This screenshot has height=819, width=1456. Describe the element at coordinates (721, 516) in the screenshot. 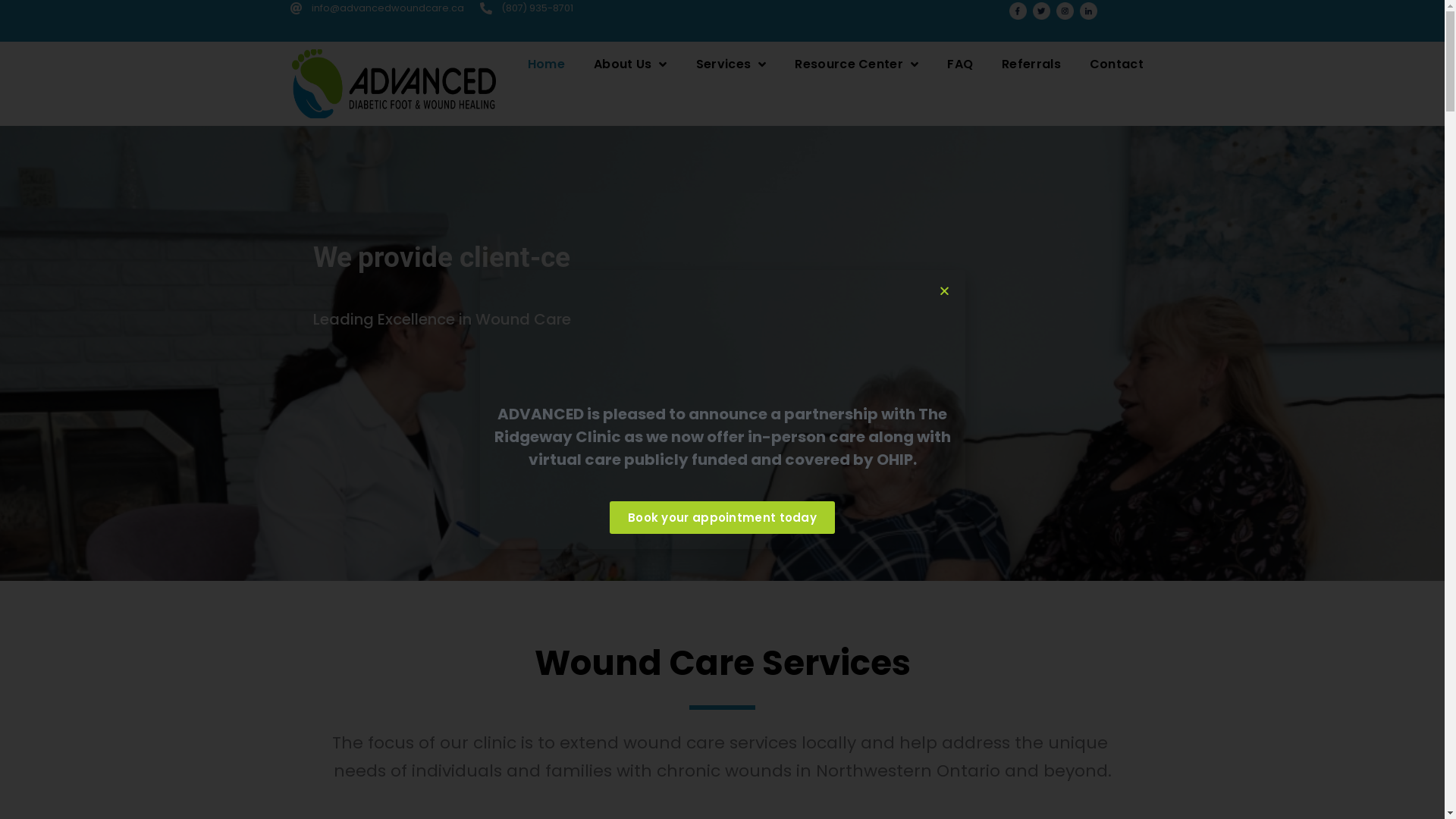

I see `'Book your appointment today'` at that location.